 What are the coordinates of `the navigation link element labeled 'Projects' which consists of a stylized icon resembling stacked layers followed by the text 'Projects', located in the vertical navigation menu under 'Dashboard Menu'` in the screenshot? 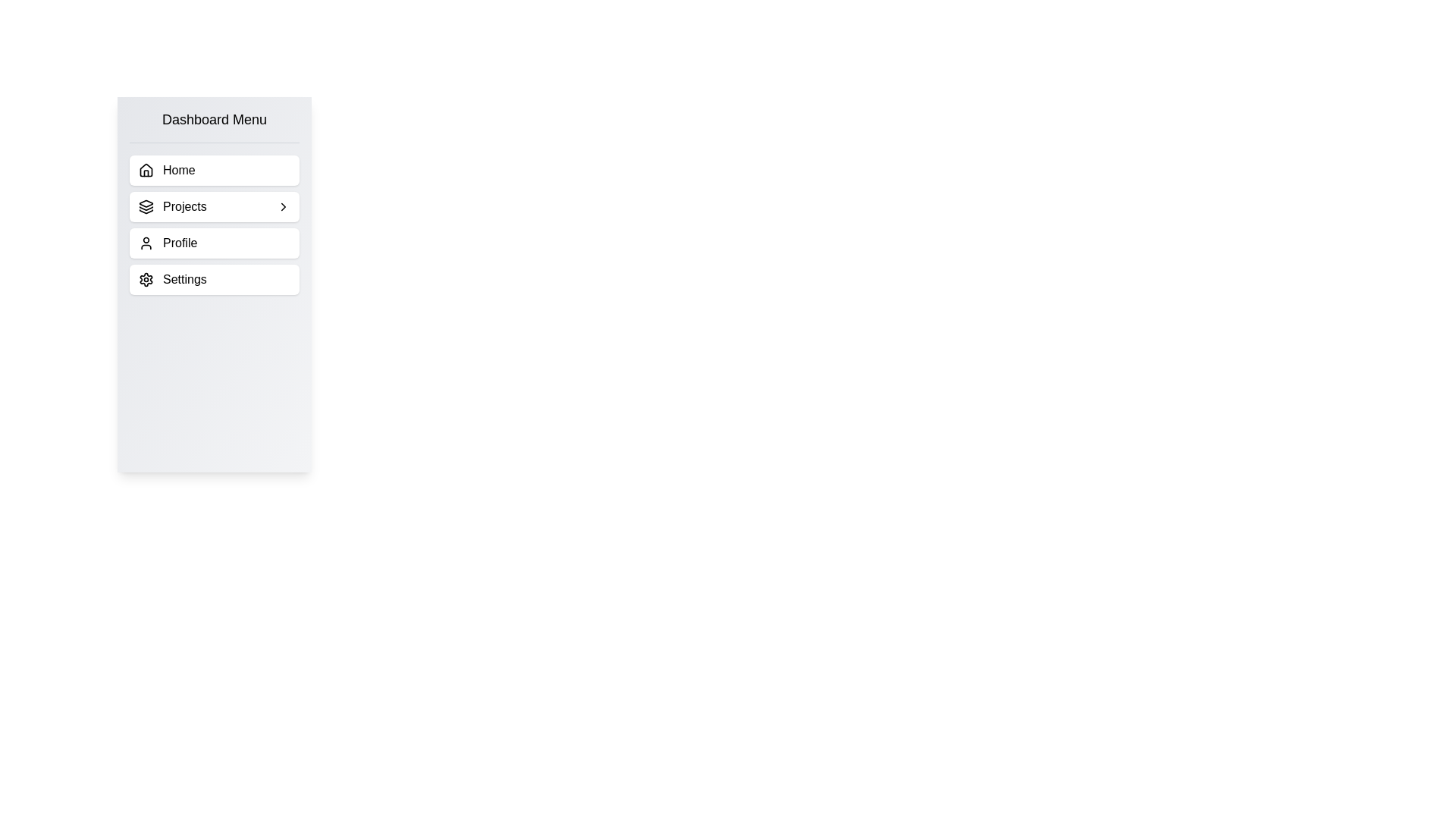 It's located at (172, 207).